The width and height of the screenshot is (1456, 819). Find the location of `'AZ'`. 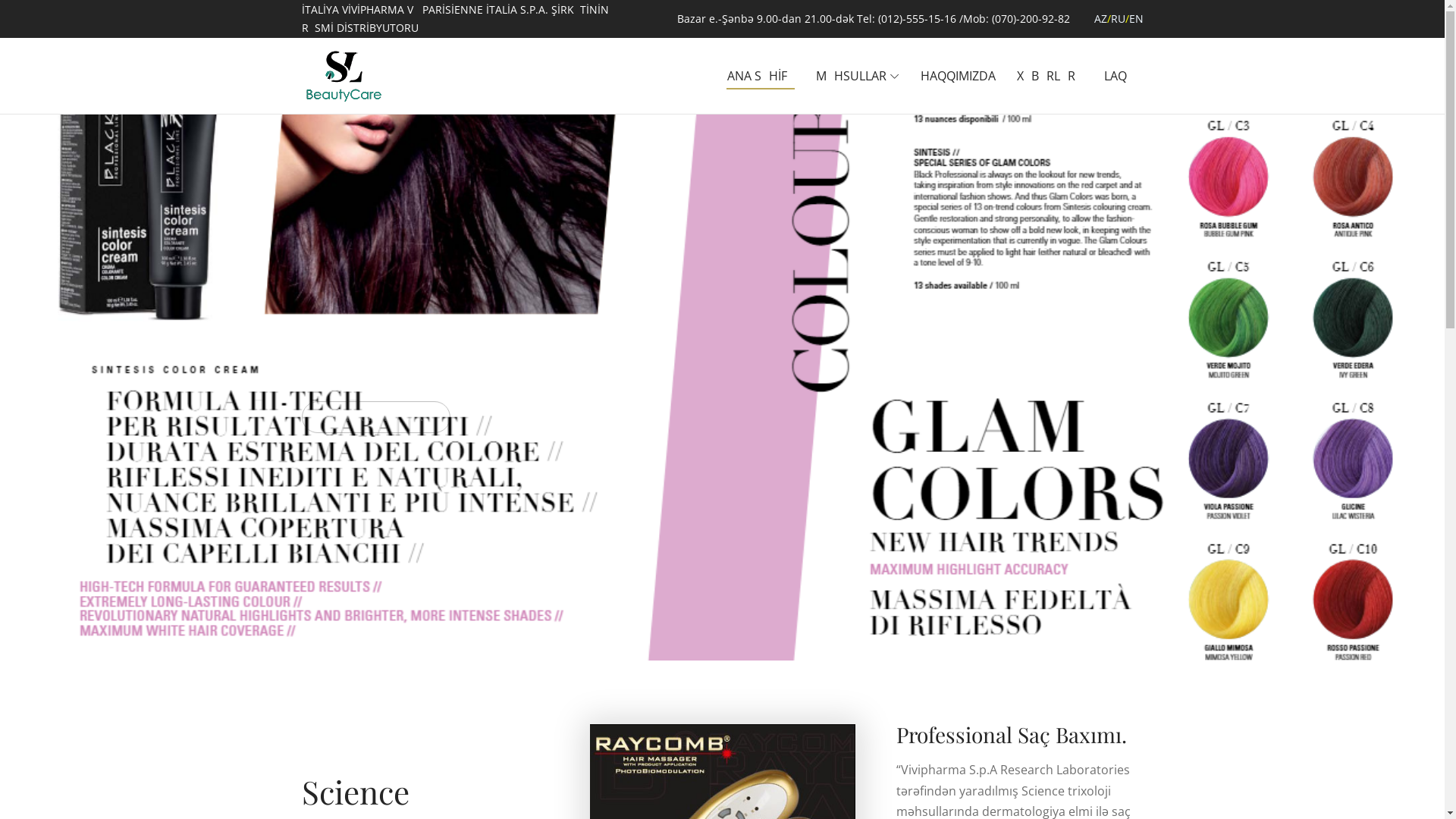

'AZ' is located at coordinates (1100, 18).